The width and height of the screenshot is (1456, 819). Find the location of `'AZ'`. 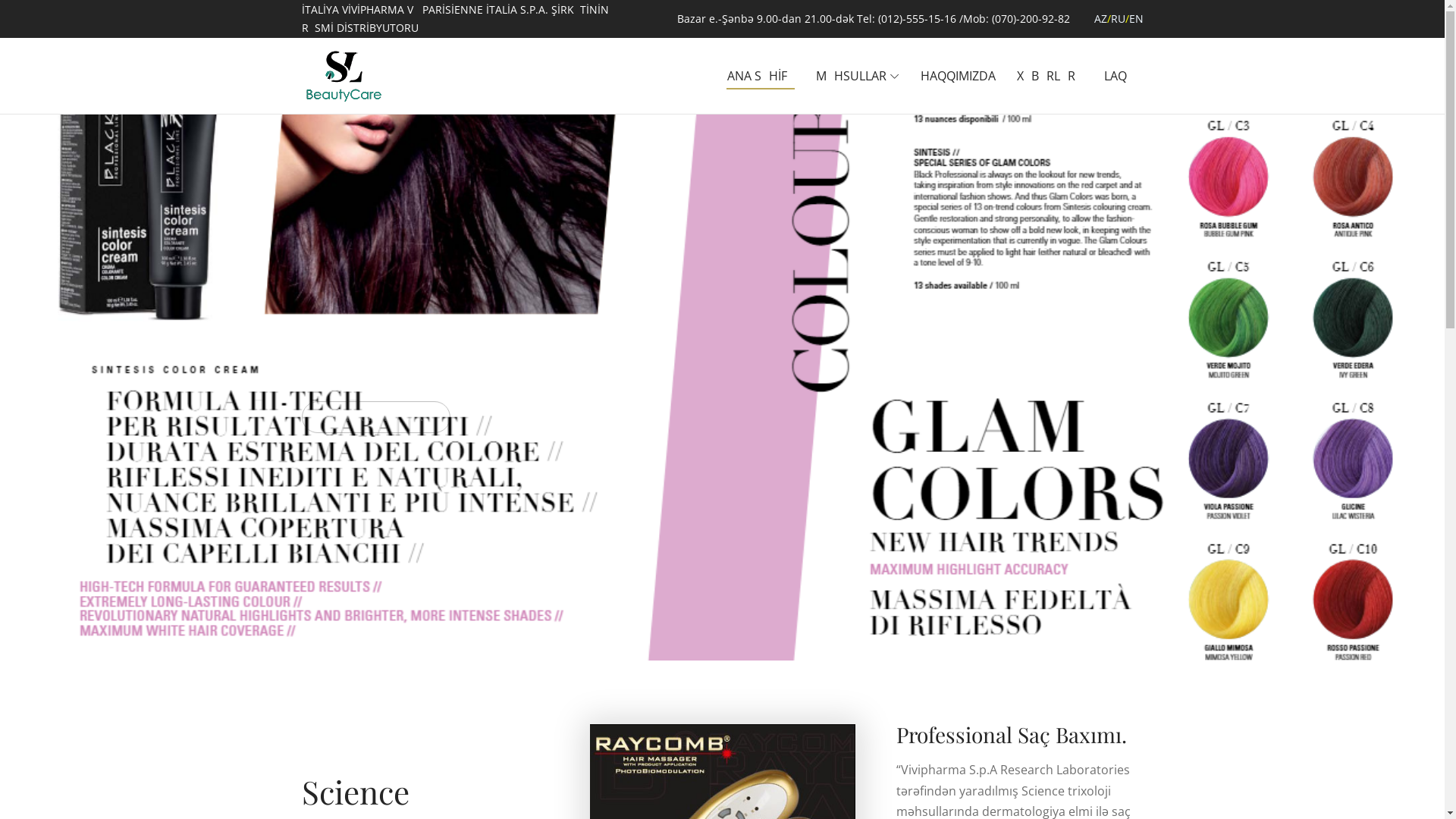

'AZ' is located at coordinates (1100, 18).